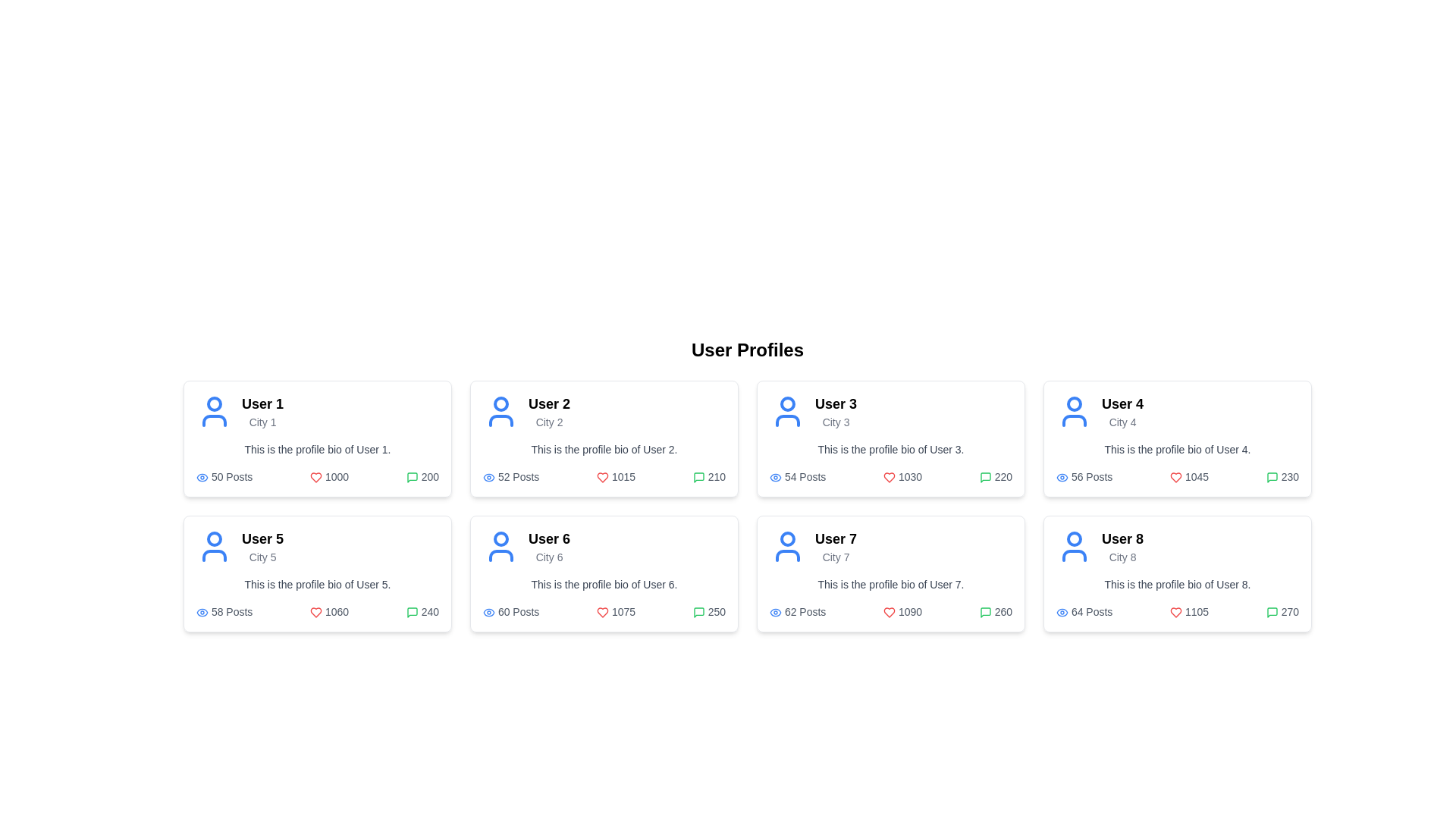 This screenshot has height=819, width=1456. I want to click on the static text element displaying 'This is the profile bio of User 4.' located in the profile card for User 4, so click(1177, 449).